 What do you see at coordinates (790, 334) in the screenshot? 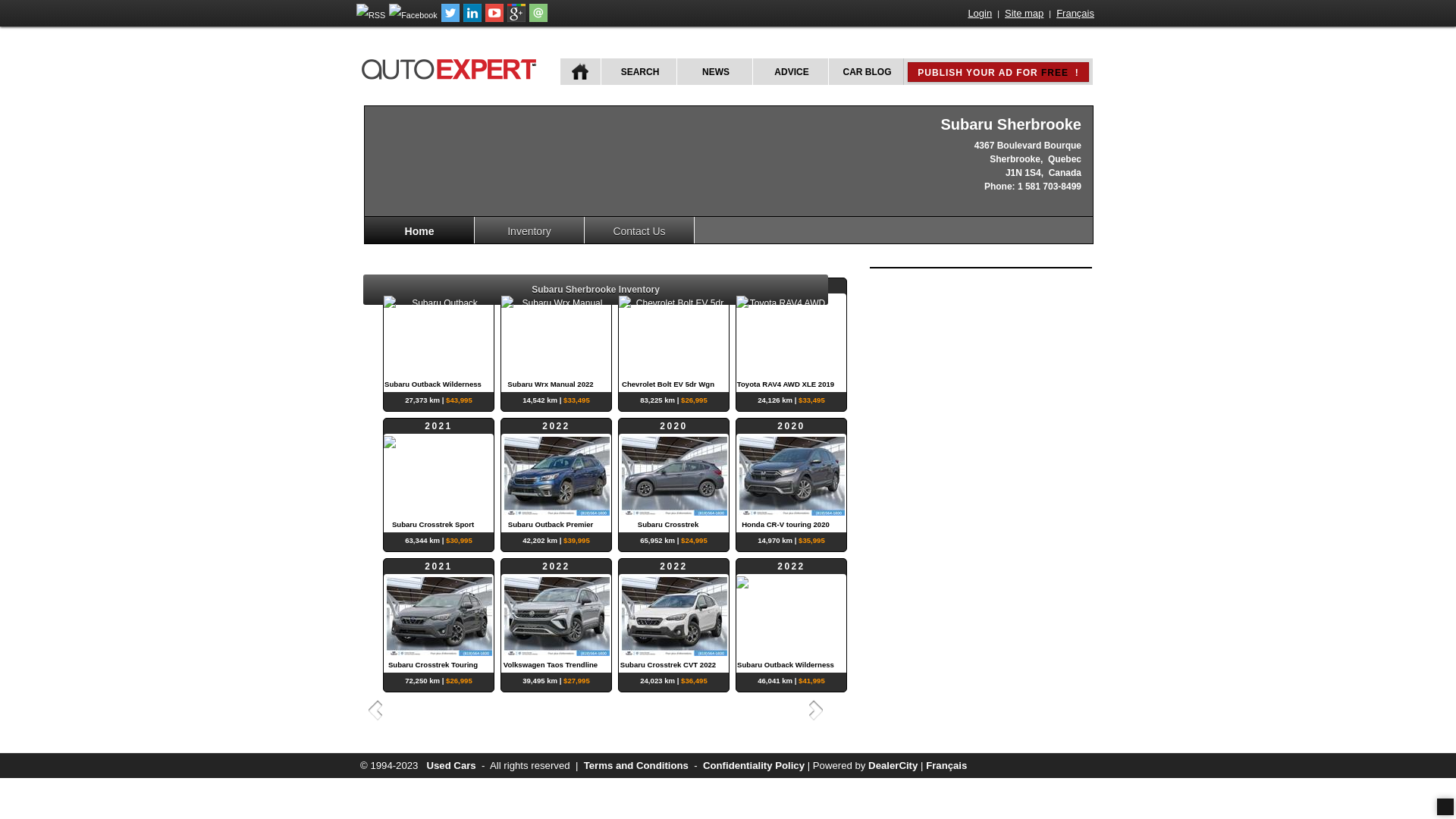
I see `'2019` at bounding box center [790, 334].